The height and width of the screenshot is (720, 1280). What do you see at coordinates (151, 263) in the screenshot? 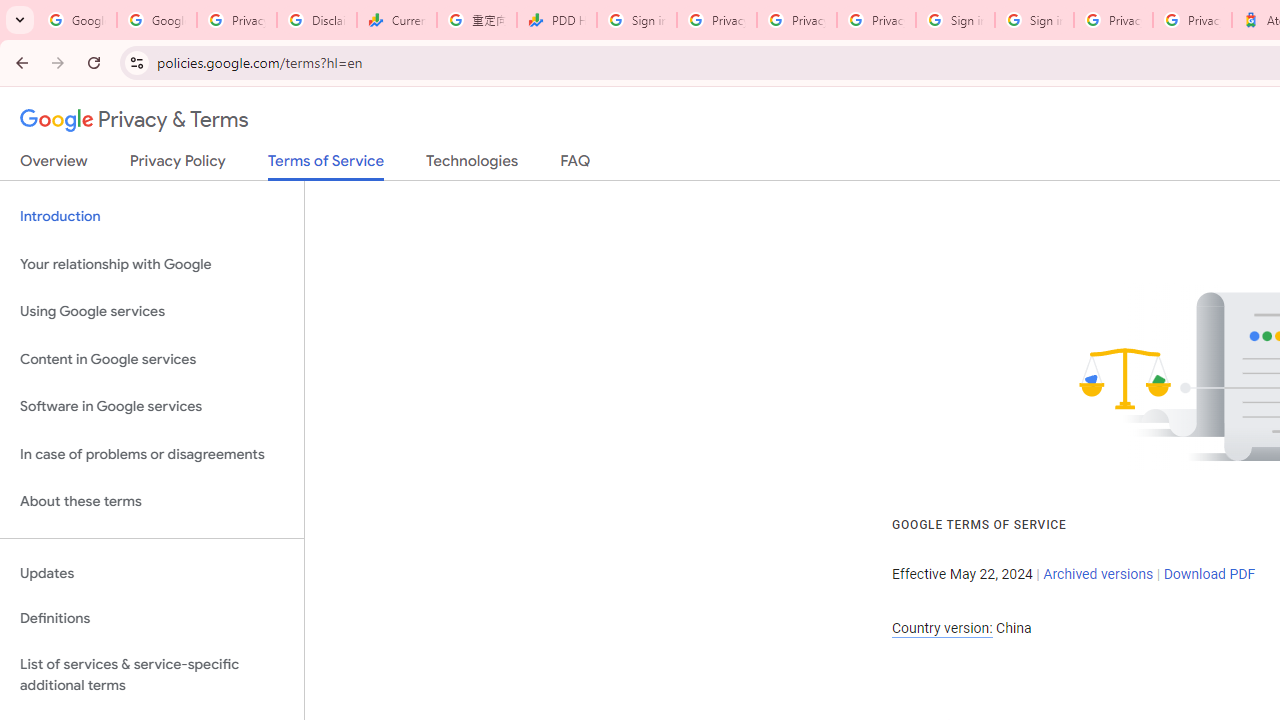
I see `'Your relationship with Google'` at bounding box center [151, 263].